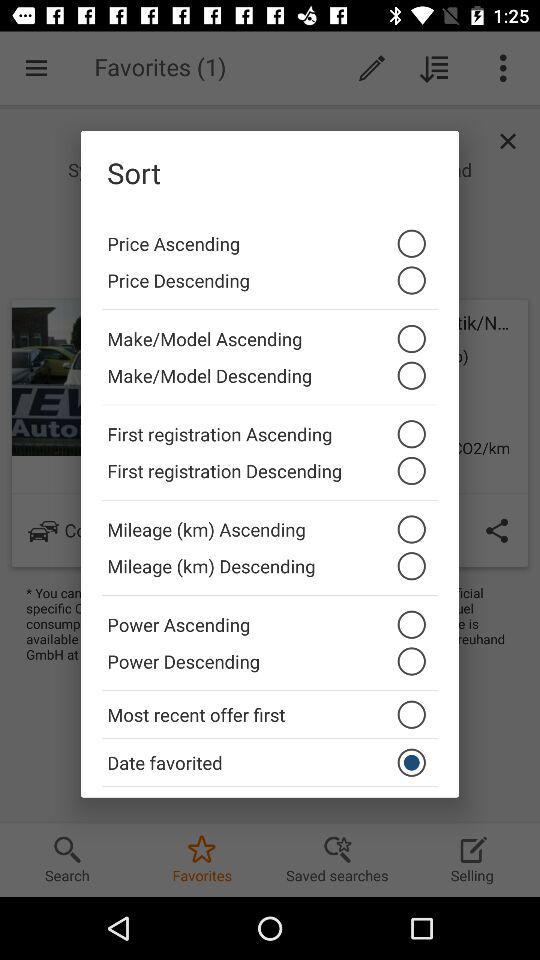 The height and width of the screenshot is (960, 540). What do you see at coordinates (270, 761) in the screenshot?
I see `the date favorited` at bounding box center [270, 761].